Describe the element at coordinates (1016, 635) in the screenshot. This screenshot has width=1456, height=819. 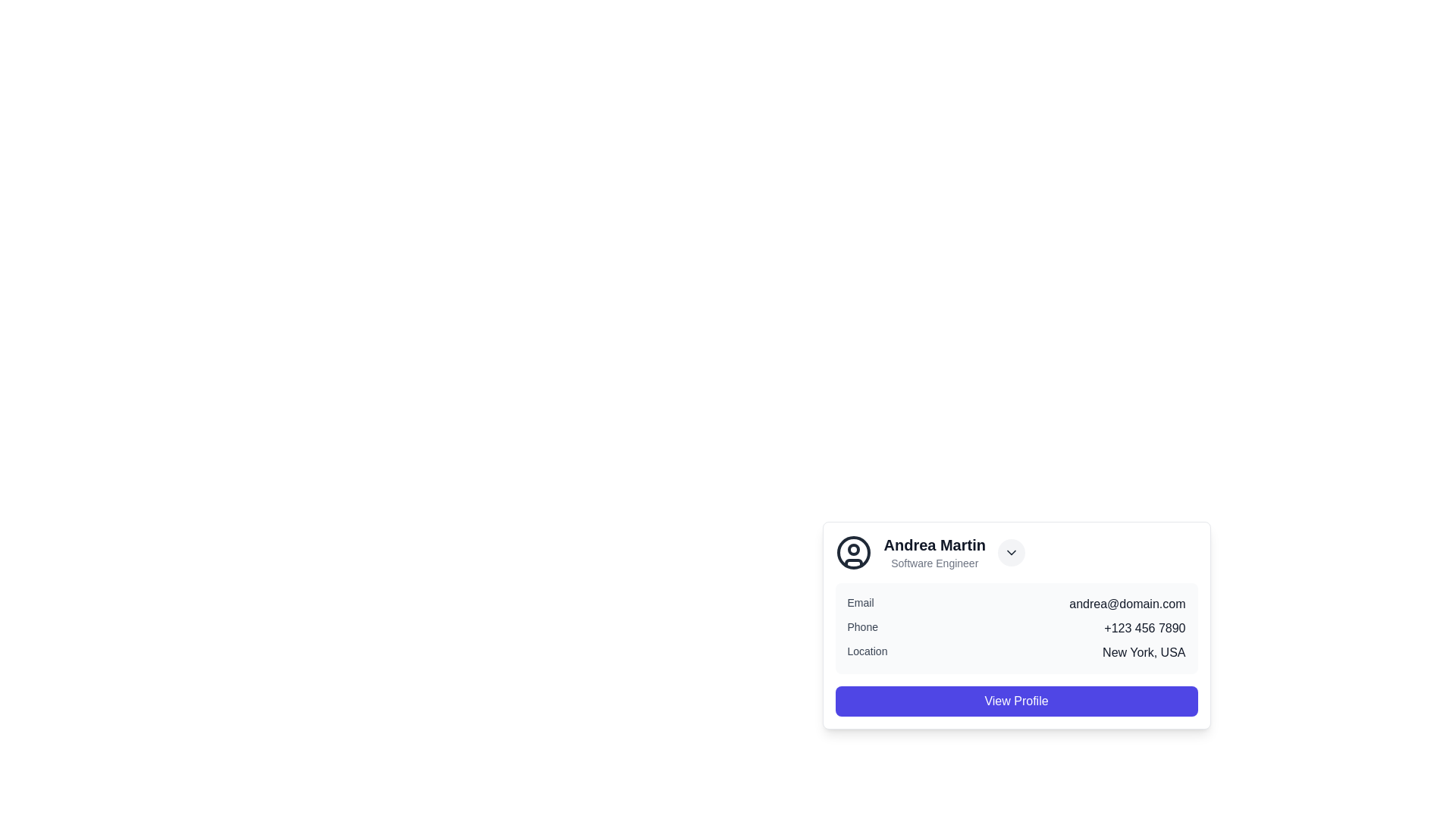
I see `the user information card that contains contact details and the 'View Profile' button, located in the bottom-right quadrant of the display` at that location.